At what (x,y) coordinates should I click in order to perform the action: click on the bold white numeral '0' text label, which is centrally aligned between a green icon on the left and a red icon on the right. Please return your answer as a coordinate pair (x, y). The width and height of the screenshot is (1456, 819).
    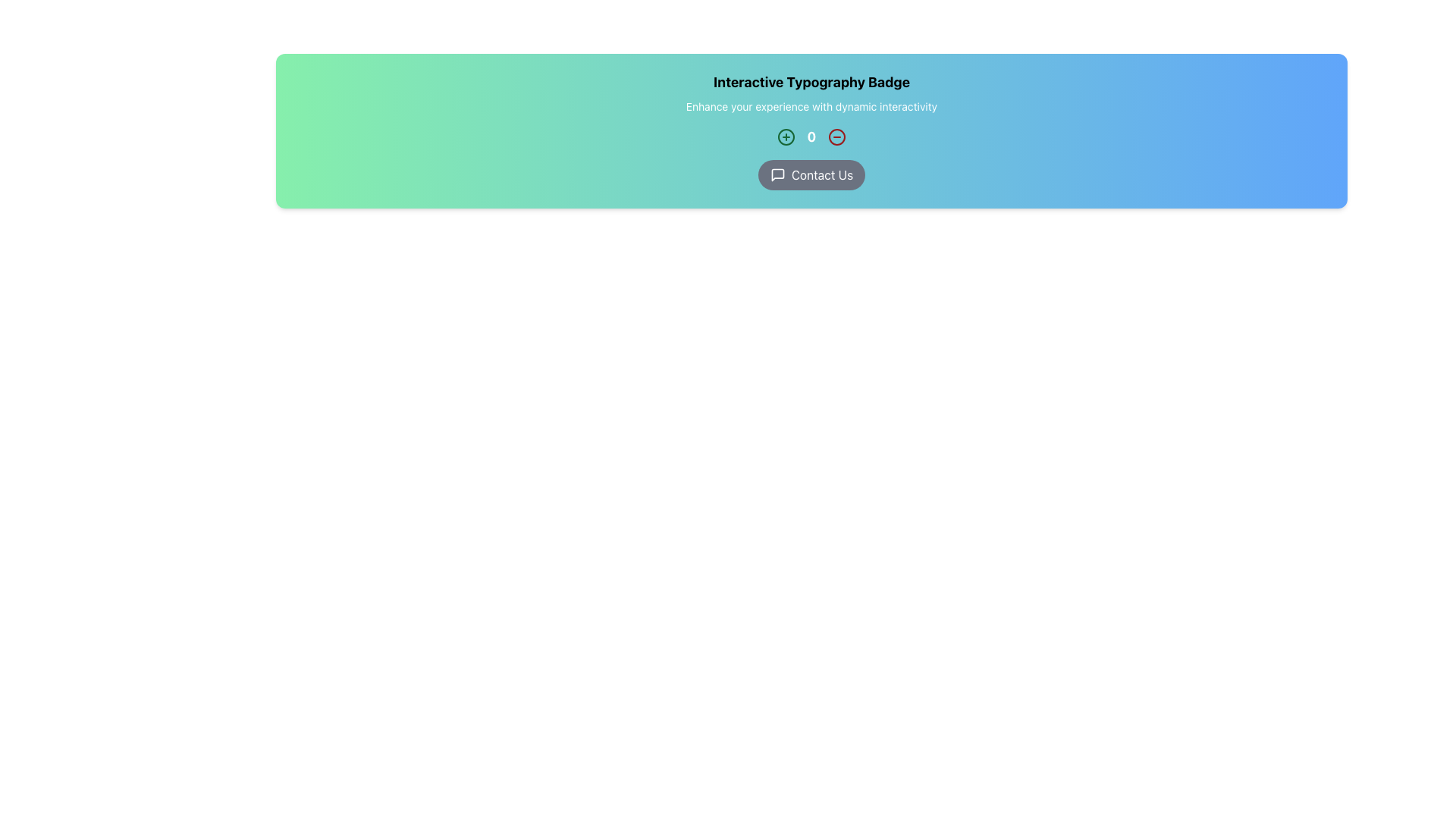
    Looking at the image, I should click on (811, 137).